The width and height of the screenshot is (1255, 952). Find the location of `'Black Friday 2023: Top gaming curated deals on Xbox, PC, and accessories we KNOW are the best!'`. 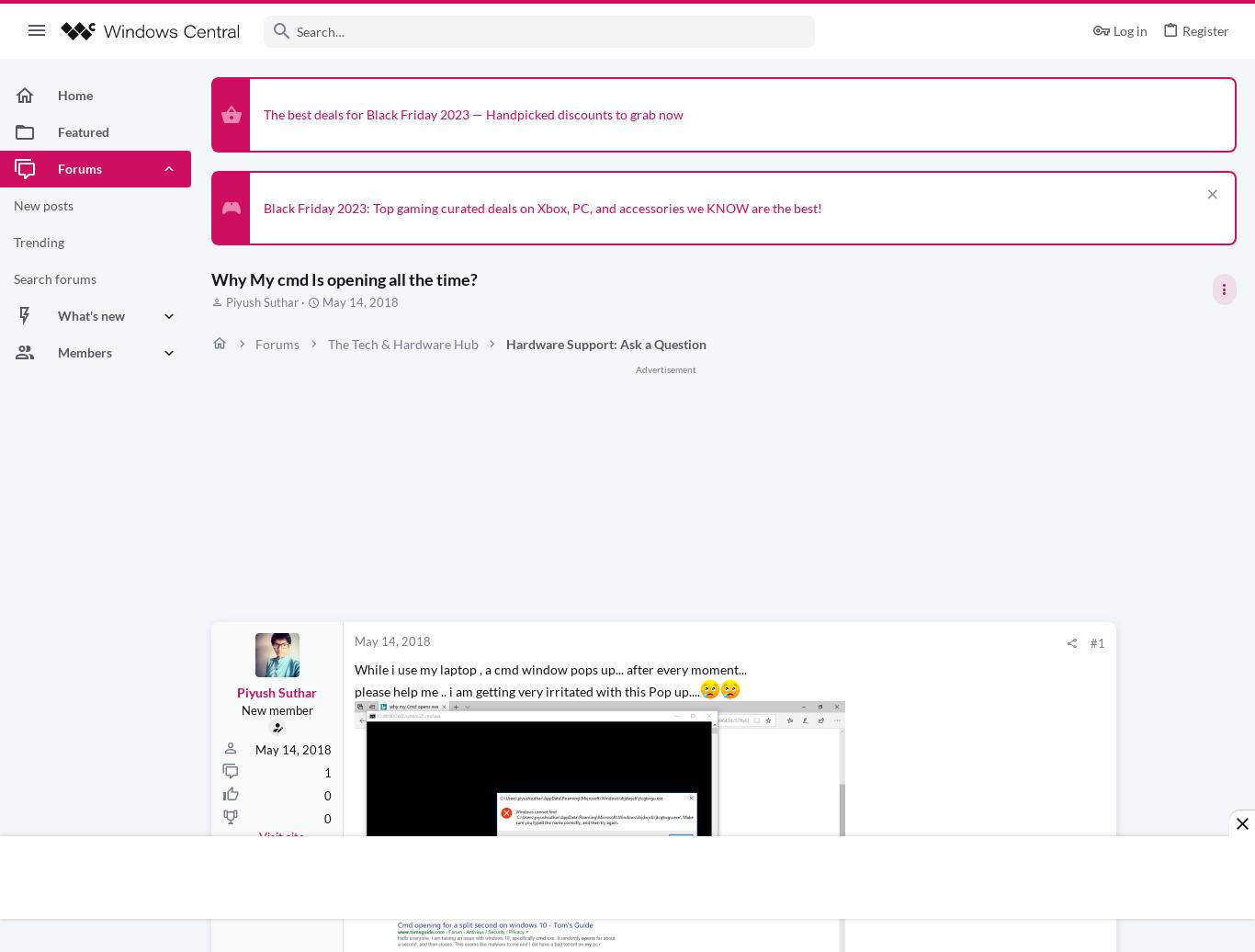

'Black Friday 2023: Top gaming curated deals on Xbox, PC, and accessories we KNOW are the best!' is located at coordinates (263, 207).